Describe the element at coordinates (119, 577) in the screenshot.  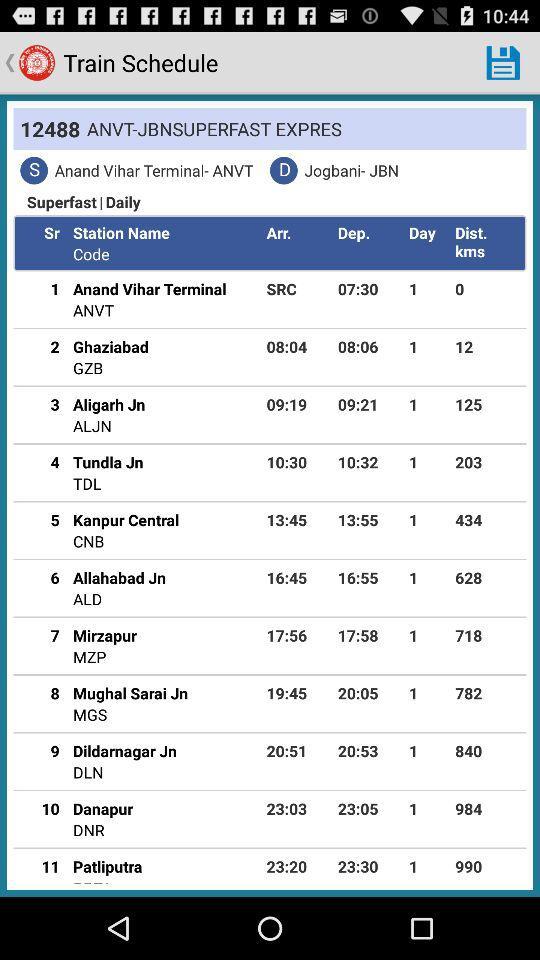
I see `the icon to the left of 16:45 app` at that location.